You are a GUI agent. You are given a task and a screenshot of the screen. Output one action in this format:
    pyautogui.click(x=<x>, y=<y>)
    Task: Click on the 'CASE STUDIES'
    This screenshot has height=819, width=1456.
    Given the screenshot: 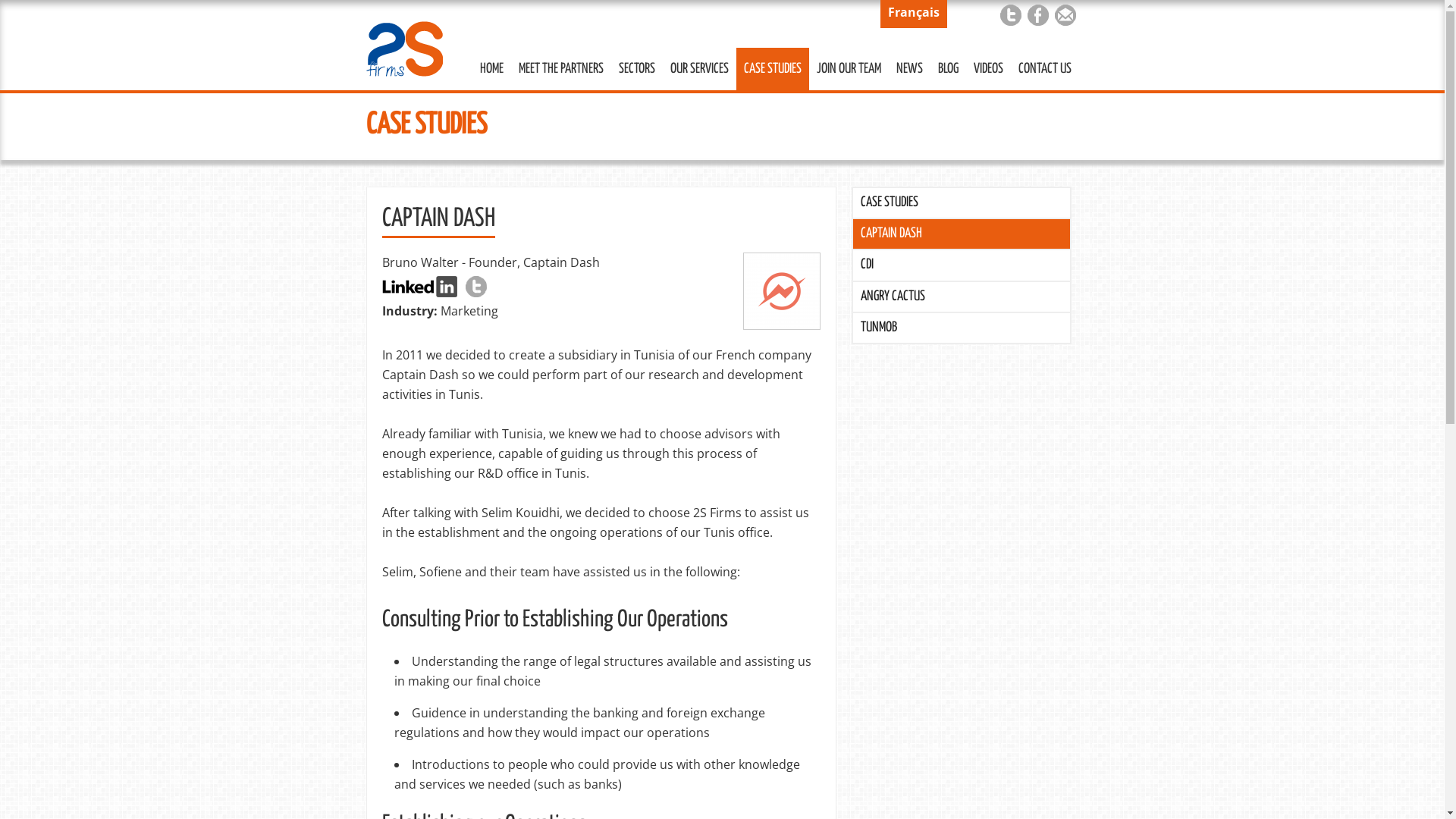 What is the action you would take?
    pyautogui.click(x=771, y=69)
    